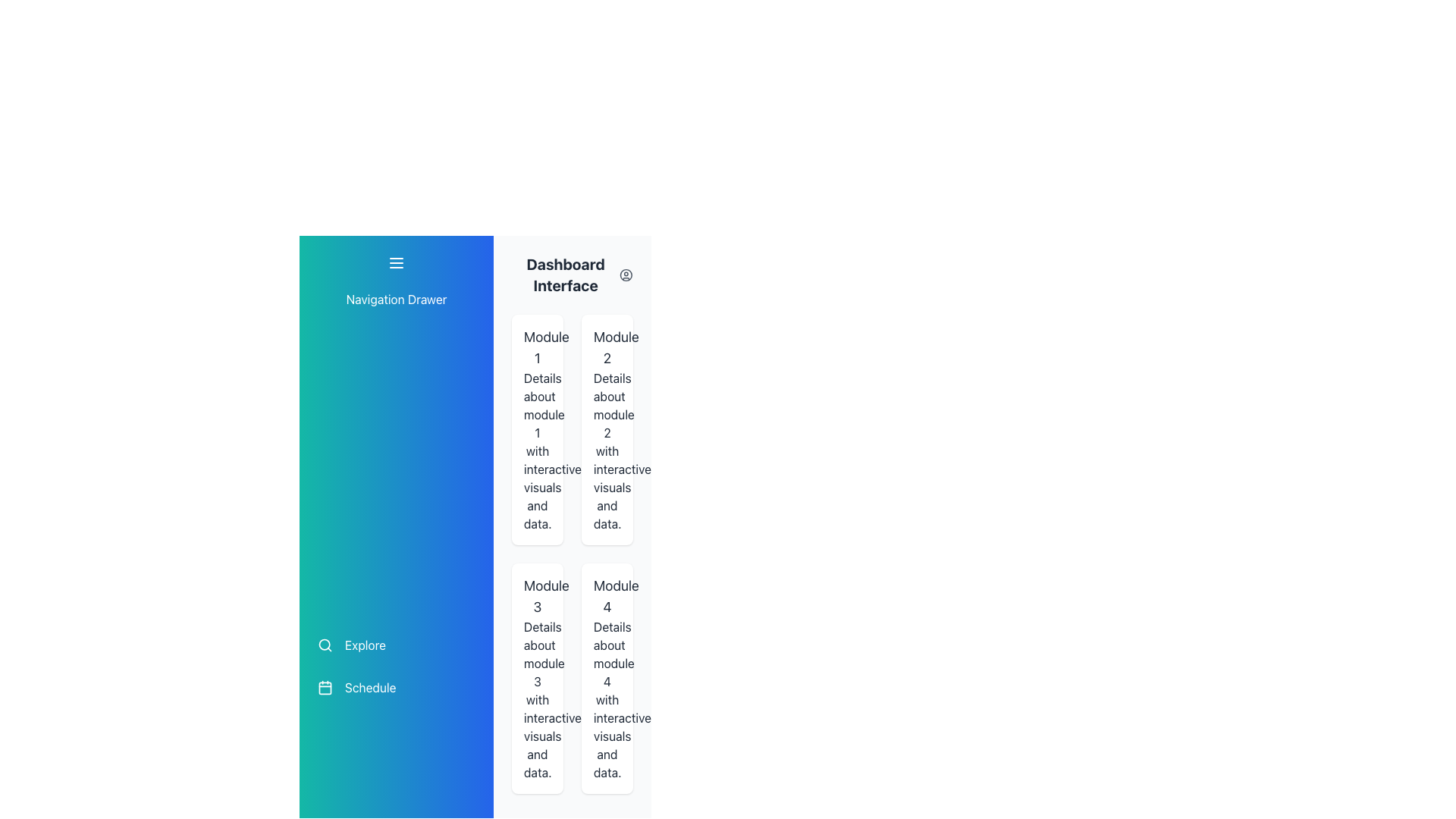 Image resolution: width=1456 pixels, height=819 pixels. What do you see at coordinates (324, 687) in the screenshot?
I see `the largest rectangular component of the calendar icon, which is an SVG graphical element with rounded corners` at bounding box center [324, 687].